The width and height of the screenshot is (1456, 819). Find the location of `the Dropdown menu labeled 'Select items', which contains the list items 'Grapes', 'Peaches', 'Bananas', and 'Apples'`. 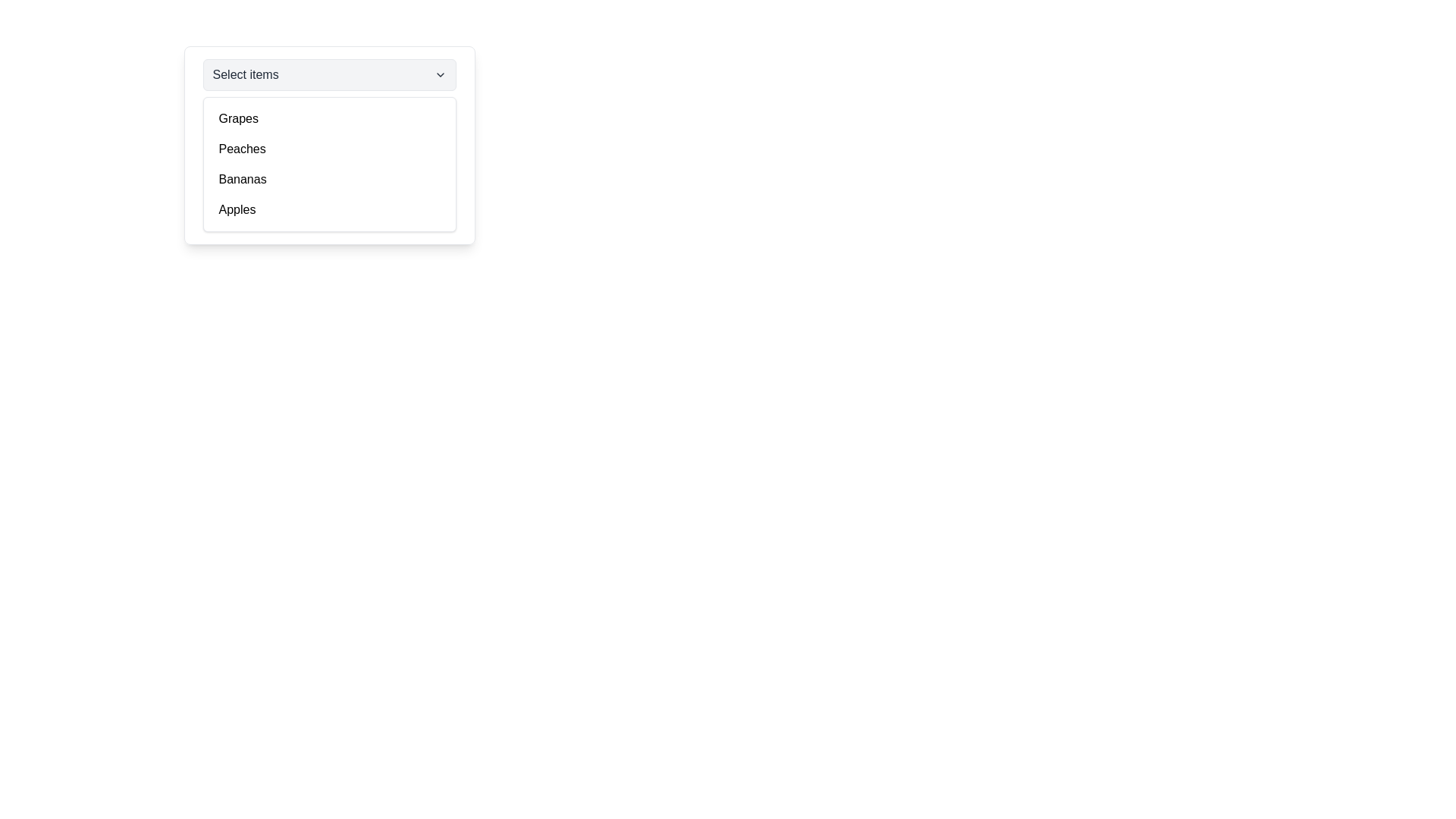

the Dropdown menu labeled 'Select items', which contains the list items 'Grapes', 'Peaches', 'Bananas', and 'Apples' is located at coordinates (328, 146).